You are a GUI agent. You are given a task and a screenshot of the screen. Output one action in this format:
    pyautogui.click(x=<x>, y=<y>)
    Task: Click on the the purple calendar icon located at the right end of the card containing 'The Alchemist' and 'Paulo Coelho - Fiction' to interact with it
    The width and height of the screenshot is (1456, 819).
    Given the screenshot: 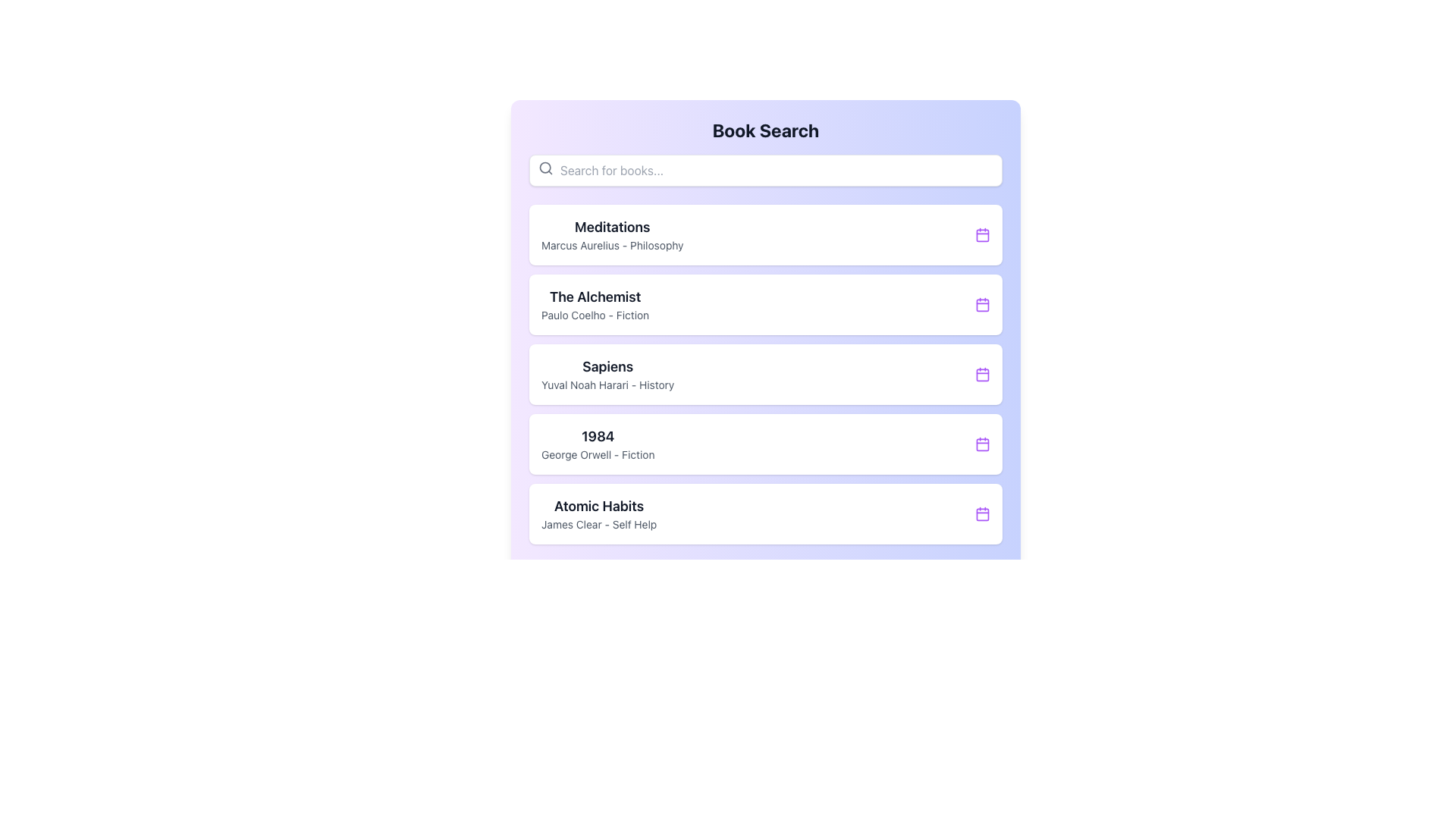 What is the action you would take?
    pyautogui.click(x=983, y=304)
    